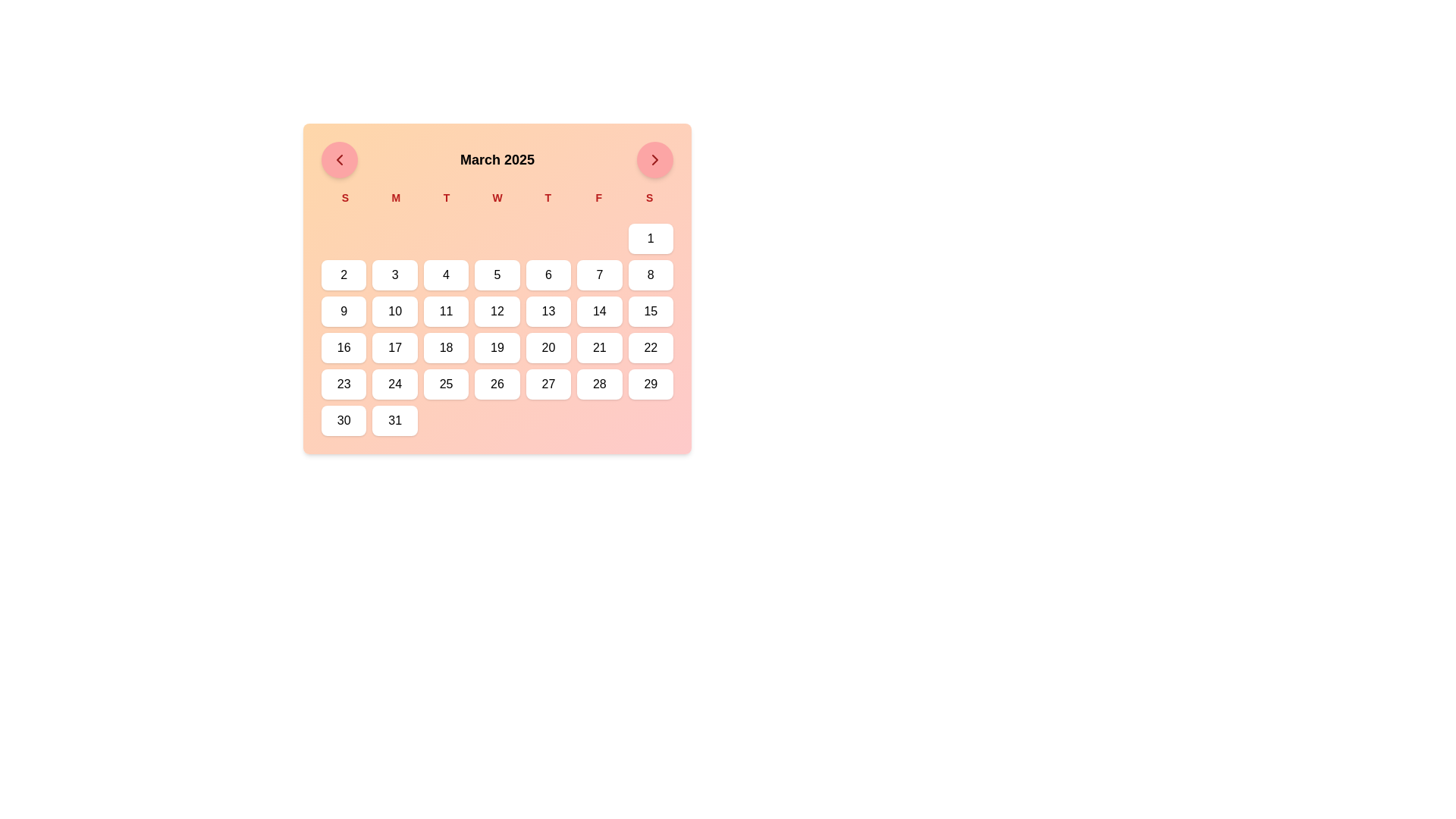 The width and height of the screenshot is (1456, 819). What do you see at coordinates (497, 197) in the screenshot?
I see `labels of the days of the week in the calendar interface, which is positioned below the title 'March 2025' and above the grid of buttons for the days` at bounding box center [497, 197].